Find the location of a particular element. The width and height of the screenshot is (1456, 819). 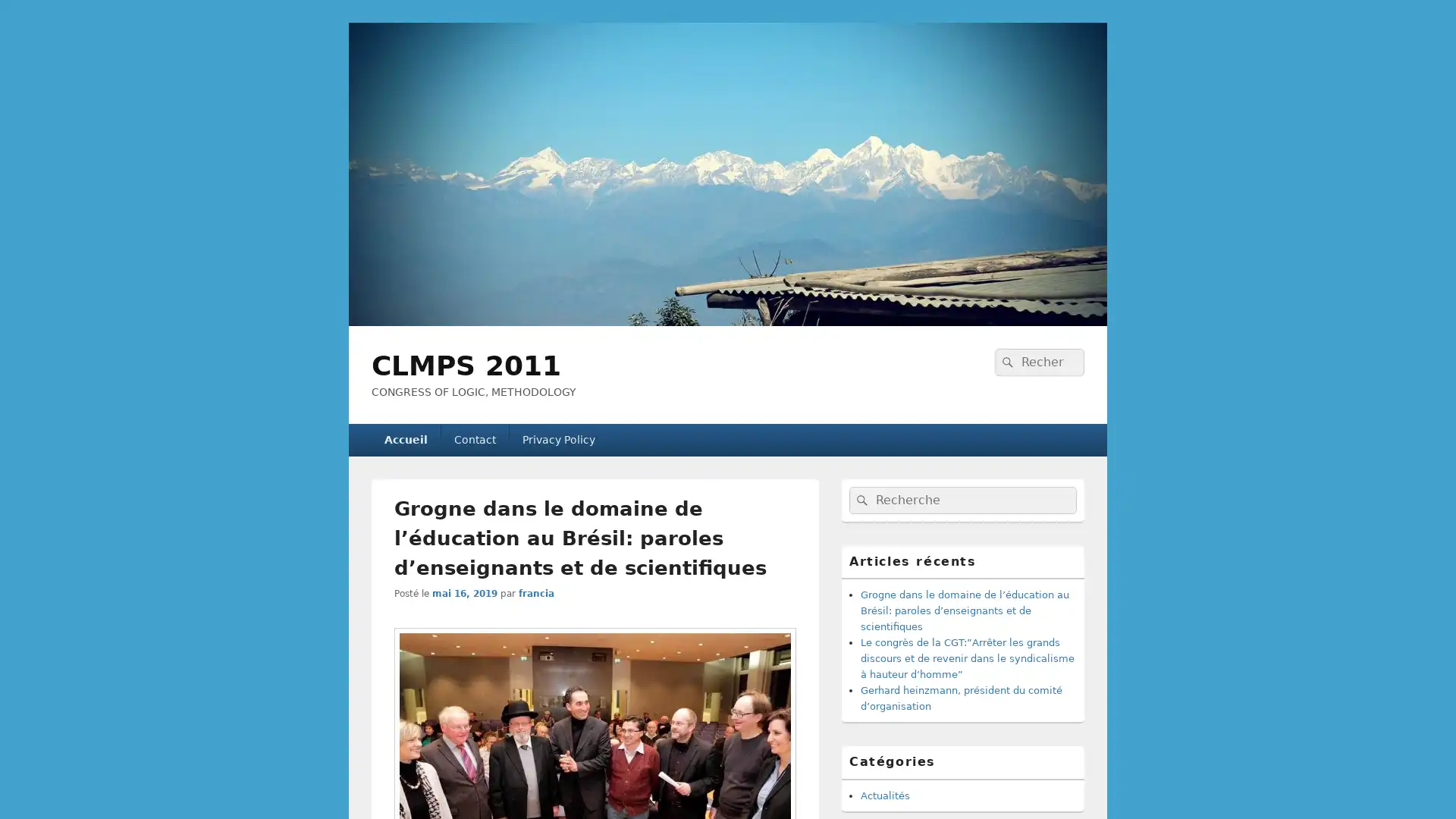

Rechercher is located at coordinates (1006, 362).